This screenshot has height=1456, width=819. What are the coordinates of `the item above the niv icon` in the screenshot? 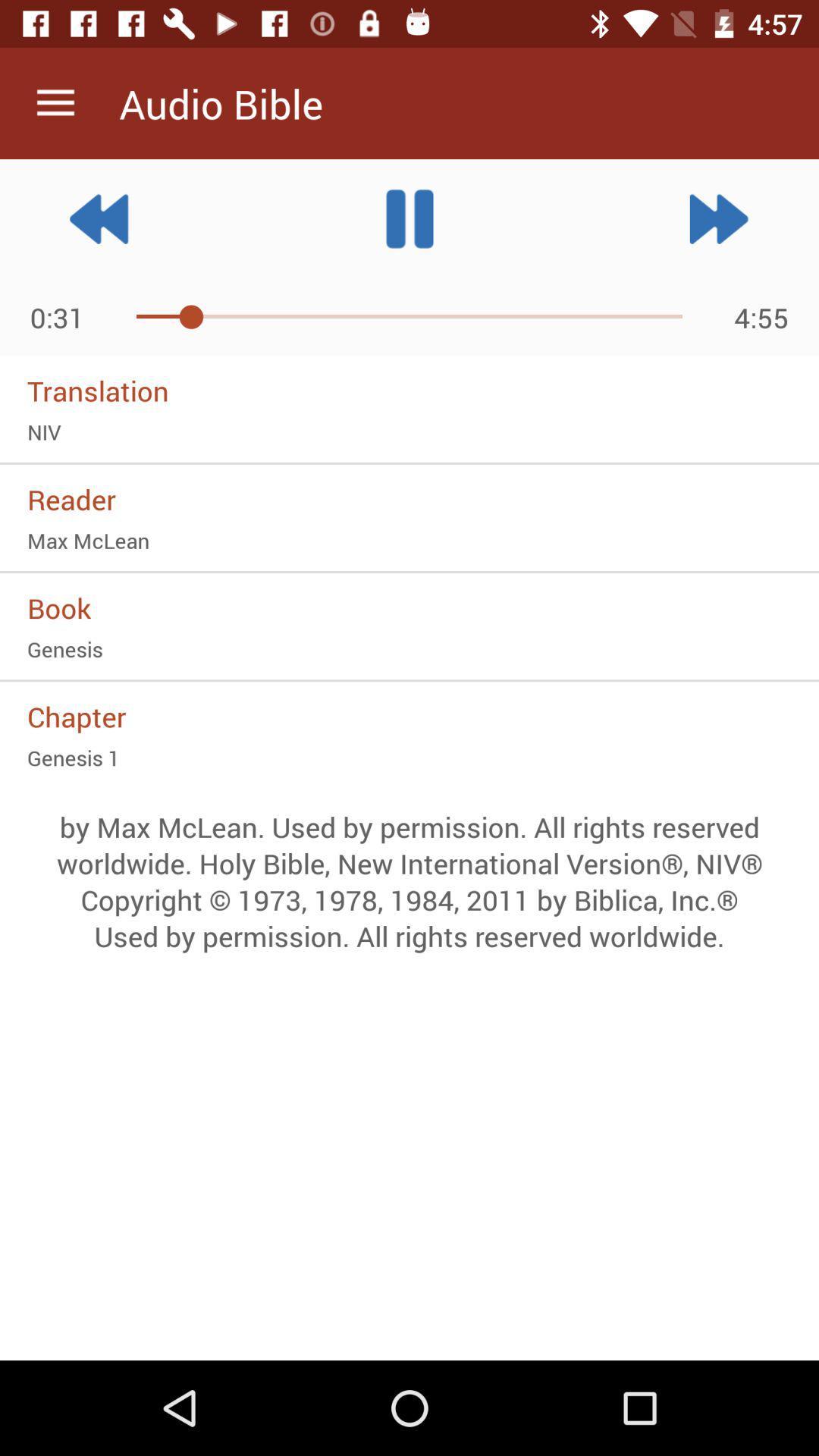 It's located at (409, 391).